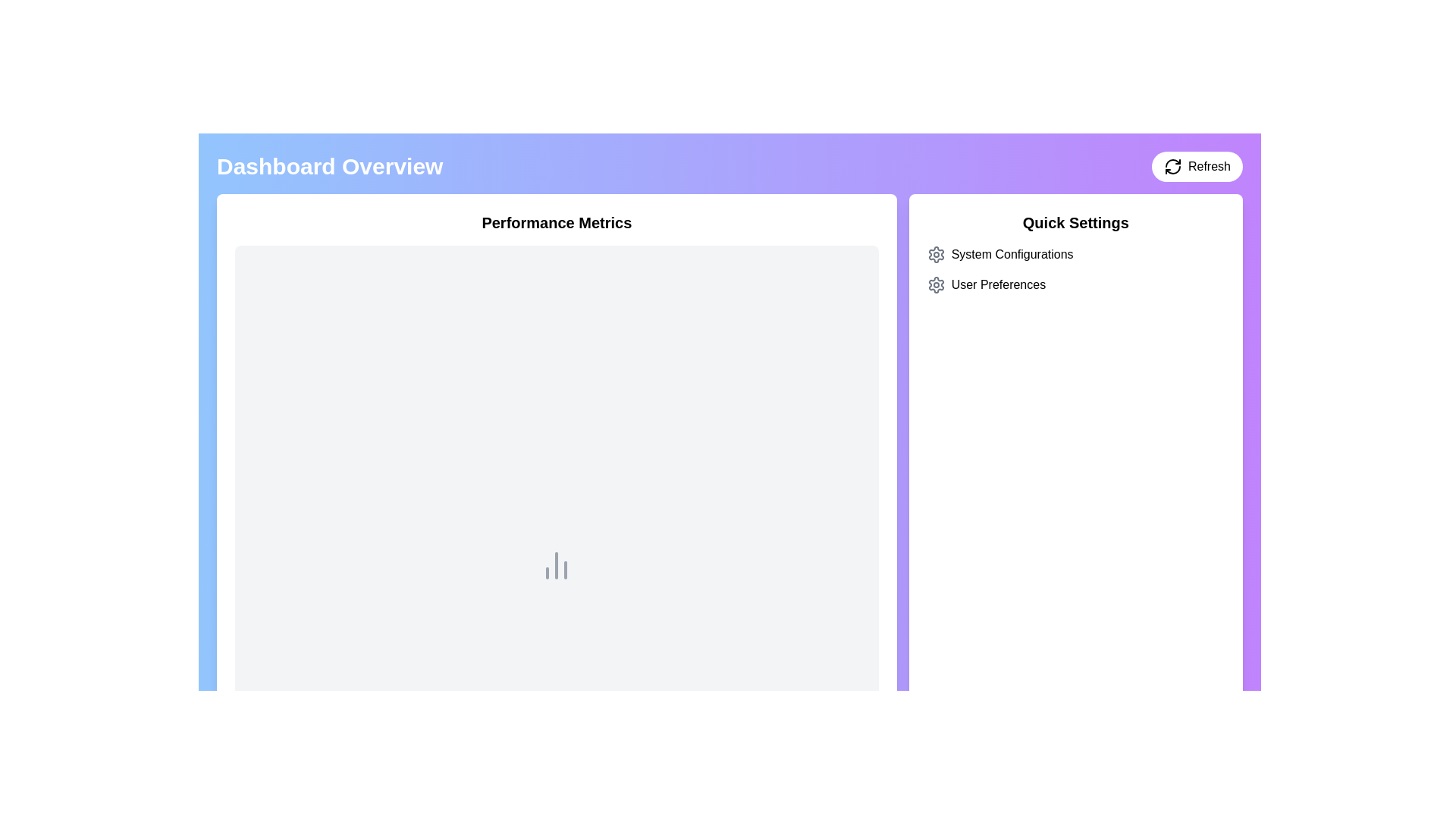  Describe the element at coordinates (935, 284) in the screenshot. I see `the gear icon in the 'Quick Settings' group, located before the 'User Preferences' text` at that location.